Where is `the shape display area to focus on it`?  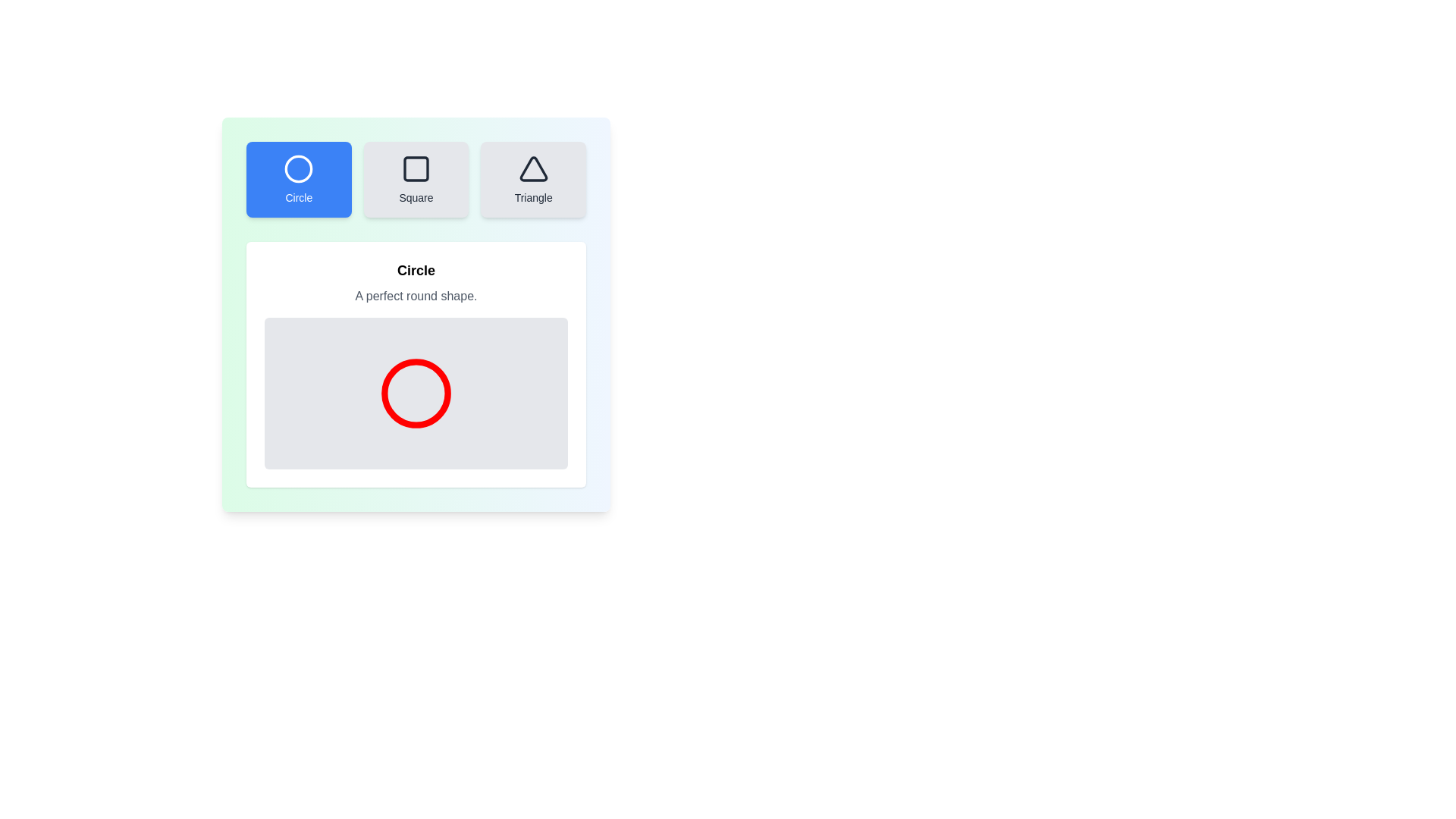 the shape display area to focus on it is located at coordinates (416, 393).